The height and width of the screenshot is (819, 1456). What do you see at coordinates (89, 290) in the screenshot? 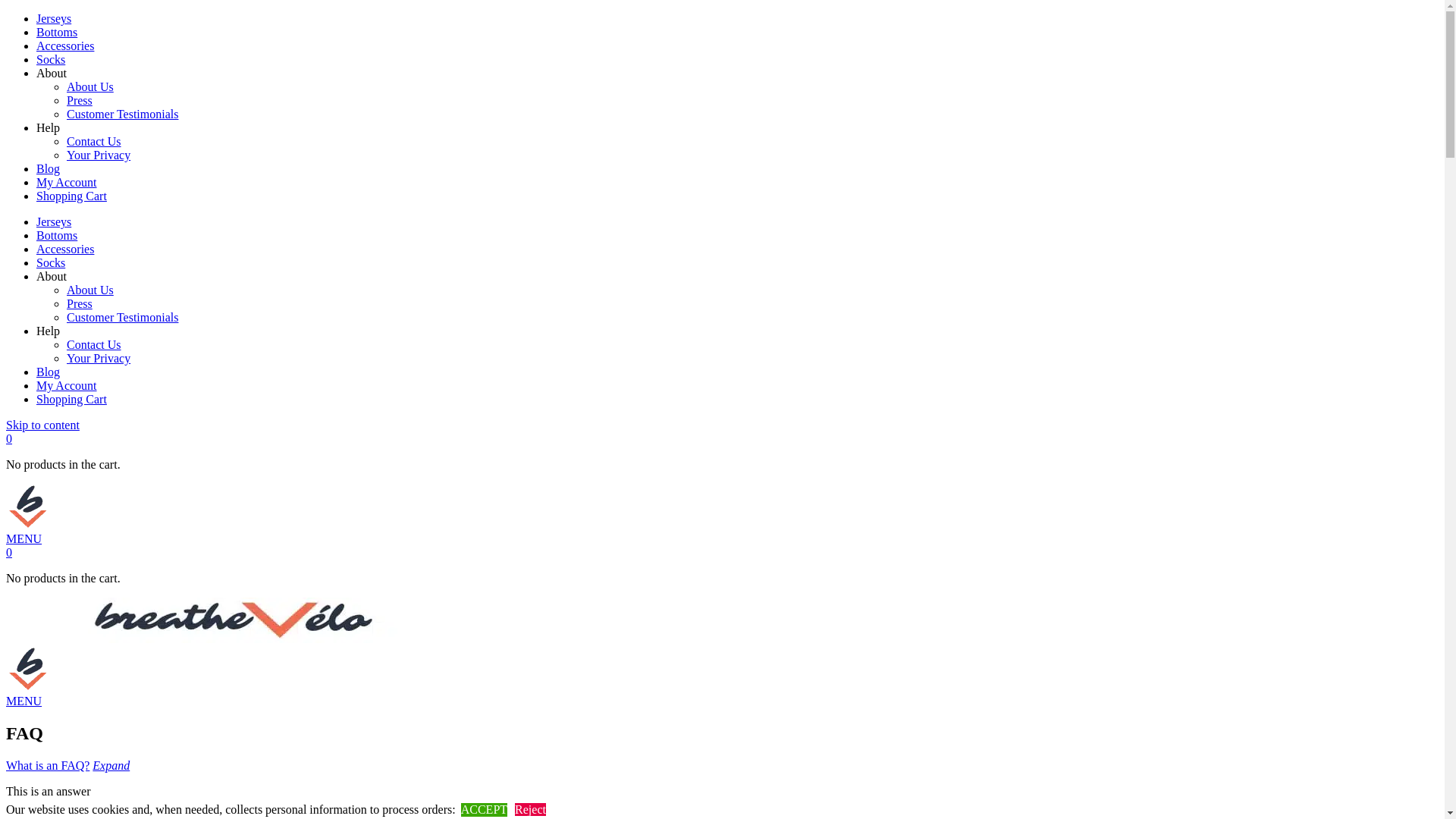
I see `'About Us'` at bounding box center [89, 290].